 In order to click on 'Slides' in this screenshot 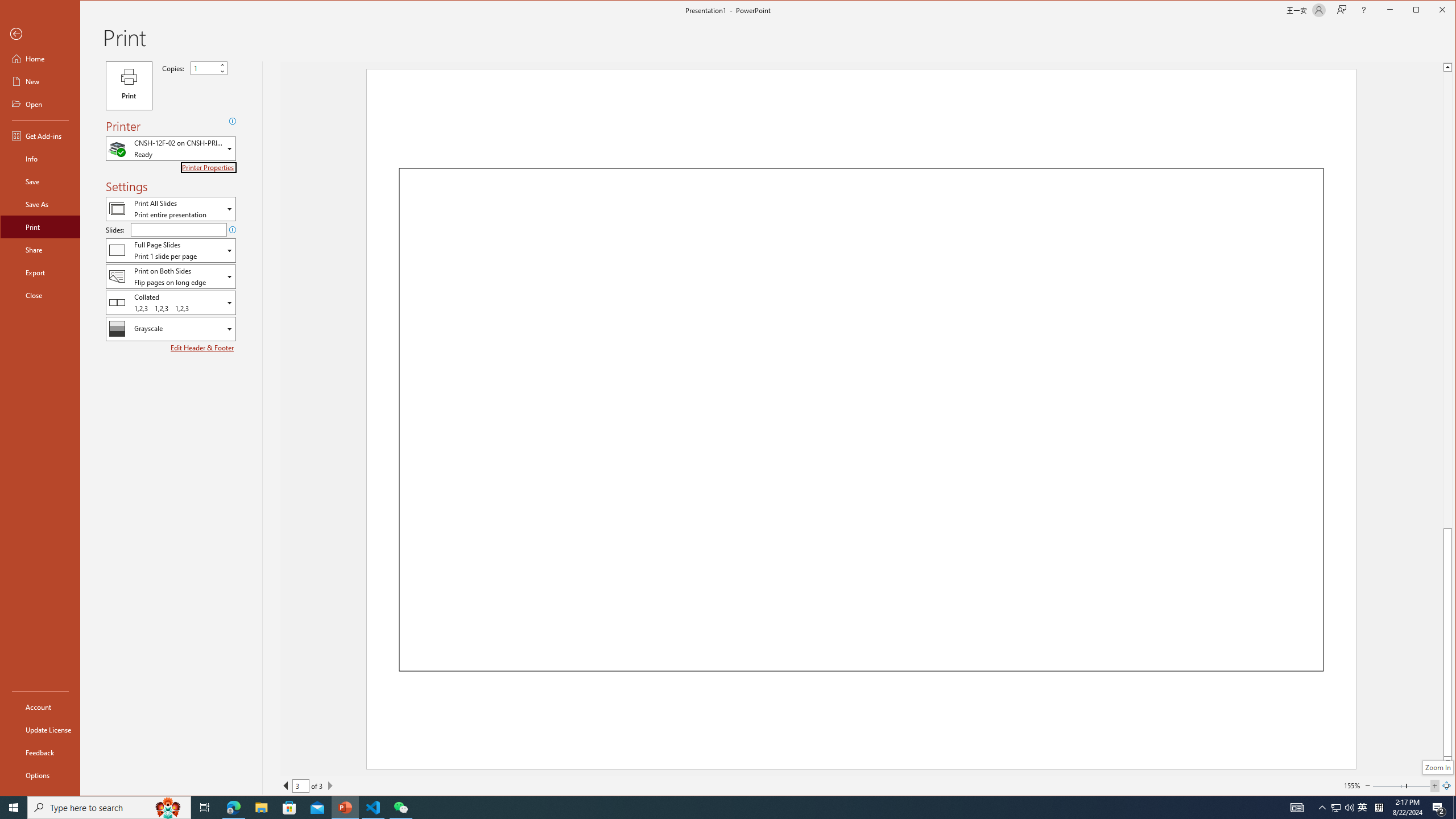, I will do `click(178, 229)`.